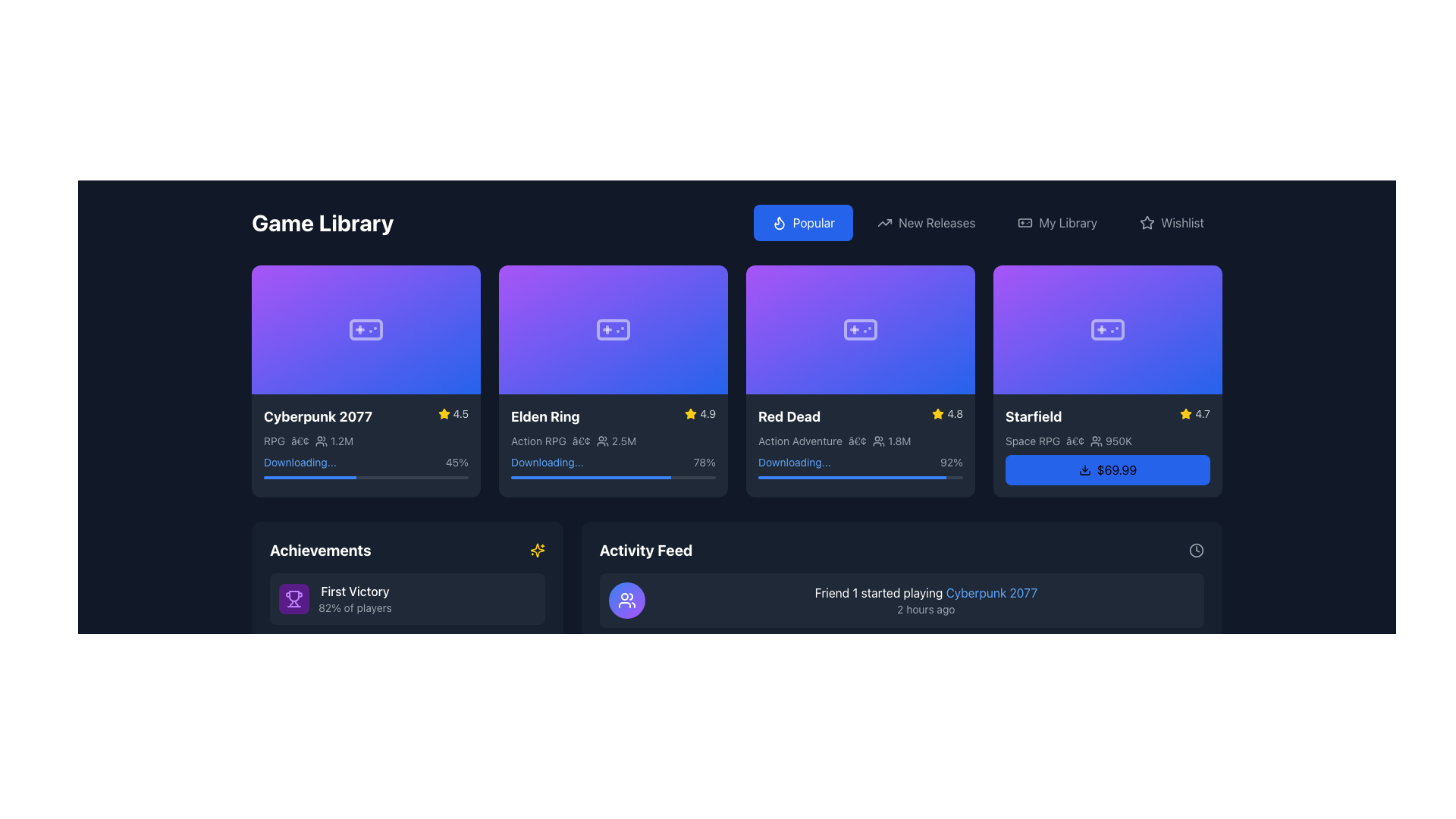 The height and width of the screenshot is (819, 1456). Describe the element at coordinates (708, 284) in the screenshot. I see `the button in the top-right corner of the 'Elden Ring' card in the 'Game Library' interface` at that location.